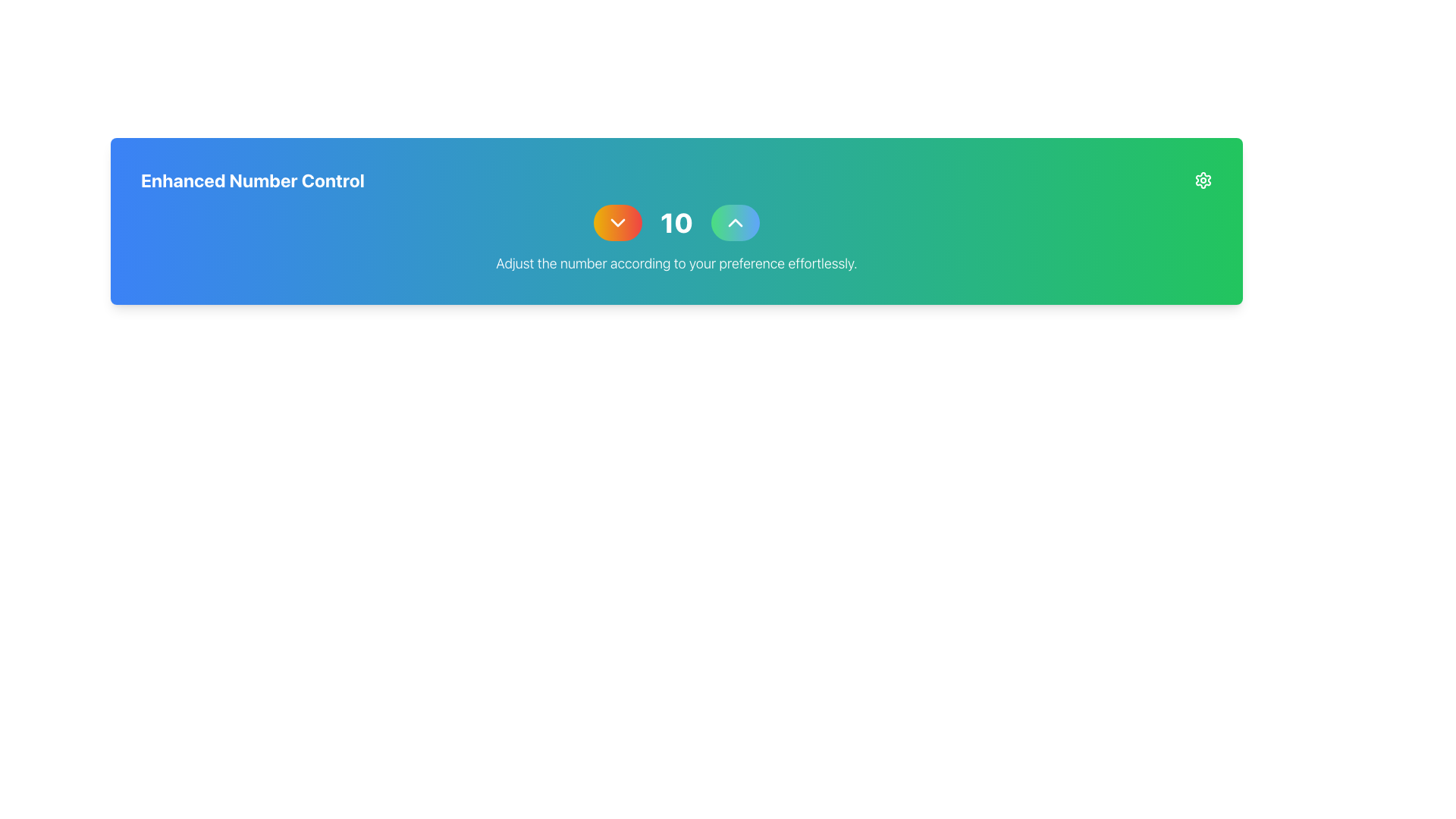 The height and width of the screenshot is (819, 1456). What do you see at coordinates (618, 222) in the screenshot?
I see `the decrement button located to the left of the number '10' in the middle section of the panel to reduce the displayed numerical value` at bounding box center [618, 222].